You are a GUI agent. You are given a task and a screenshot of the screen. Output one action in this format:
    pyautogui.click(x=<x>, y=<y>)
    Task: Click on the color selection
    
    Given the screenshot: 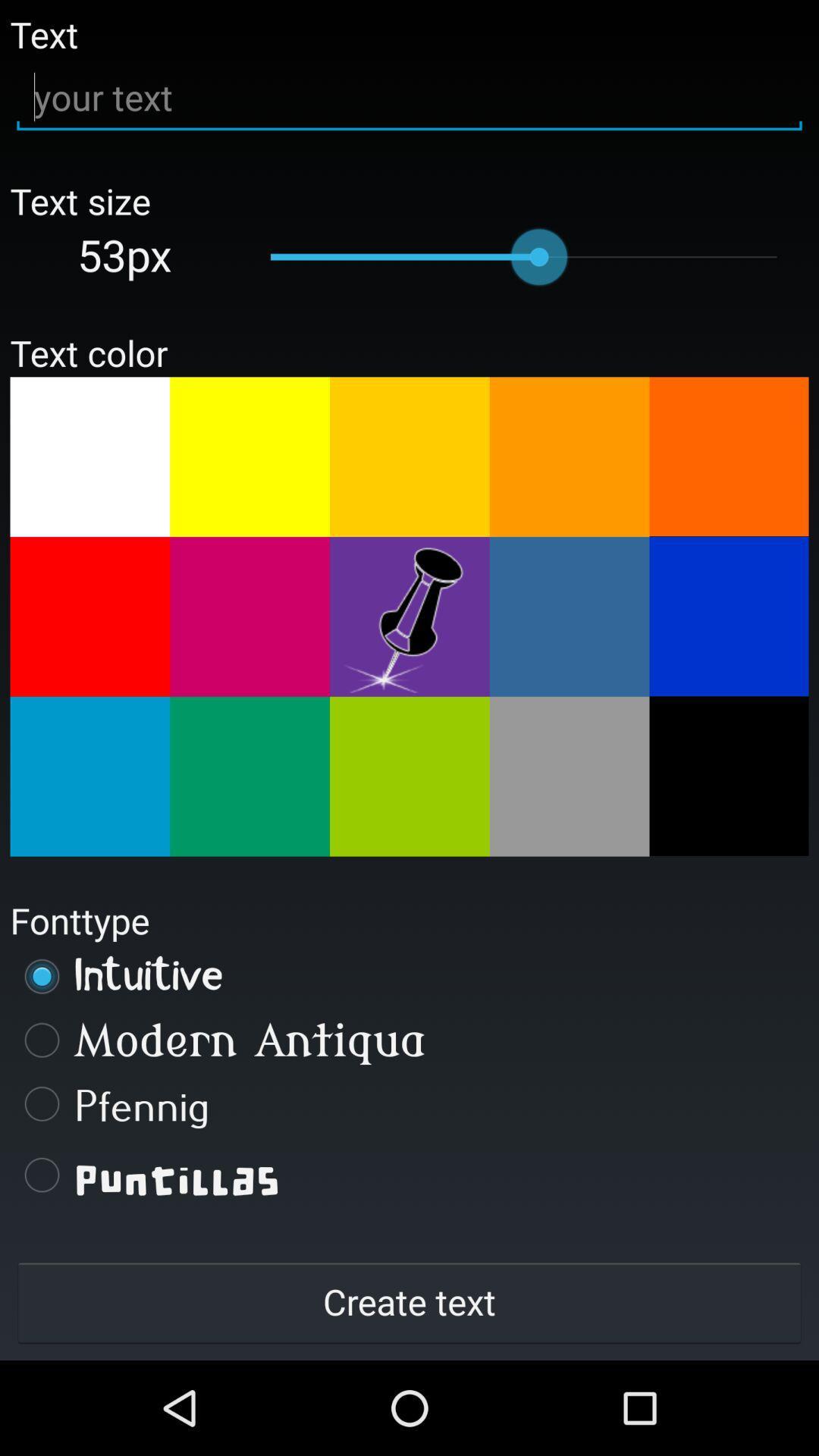 What is the action you would take?
    pyautogui.click(x=249, y=617)
    